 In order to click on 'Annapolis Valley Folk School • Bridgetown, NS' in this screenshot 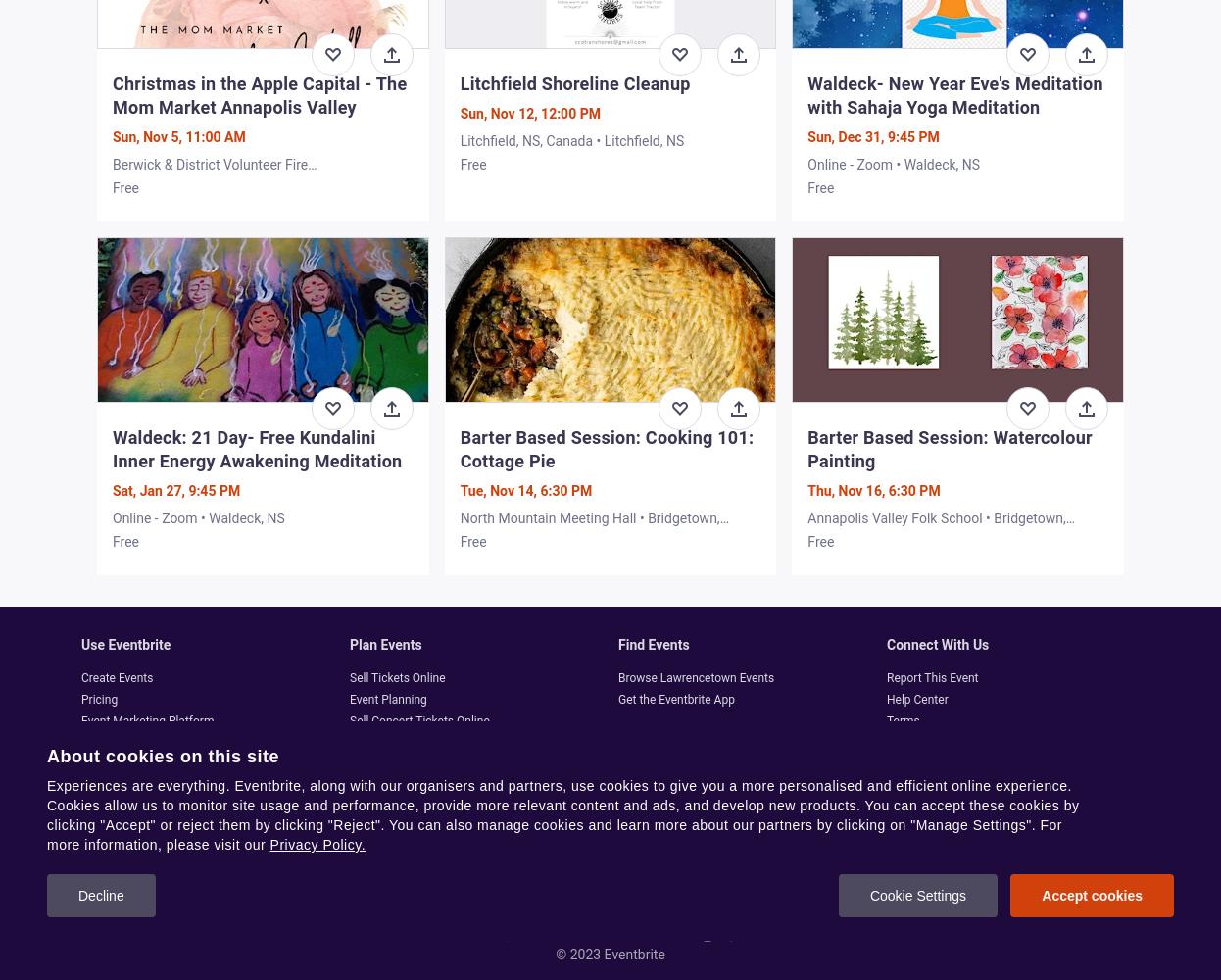, I will do `click(806, 527)`.